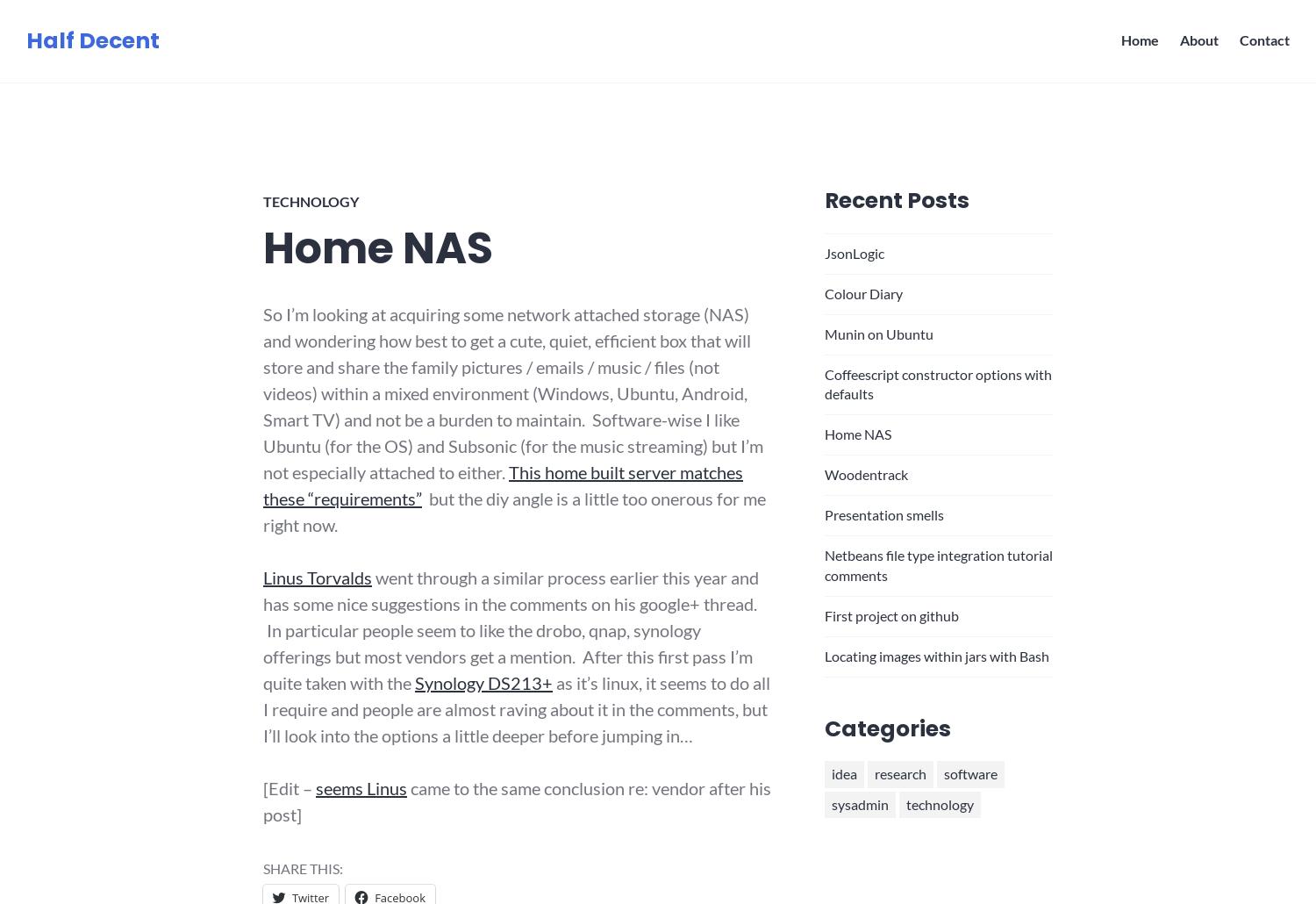  Describe the element at coordinates (92, 40) in the screenshot. I see `'Half Decent'` at that location.